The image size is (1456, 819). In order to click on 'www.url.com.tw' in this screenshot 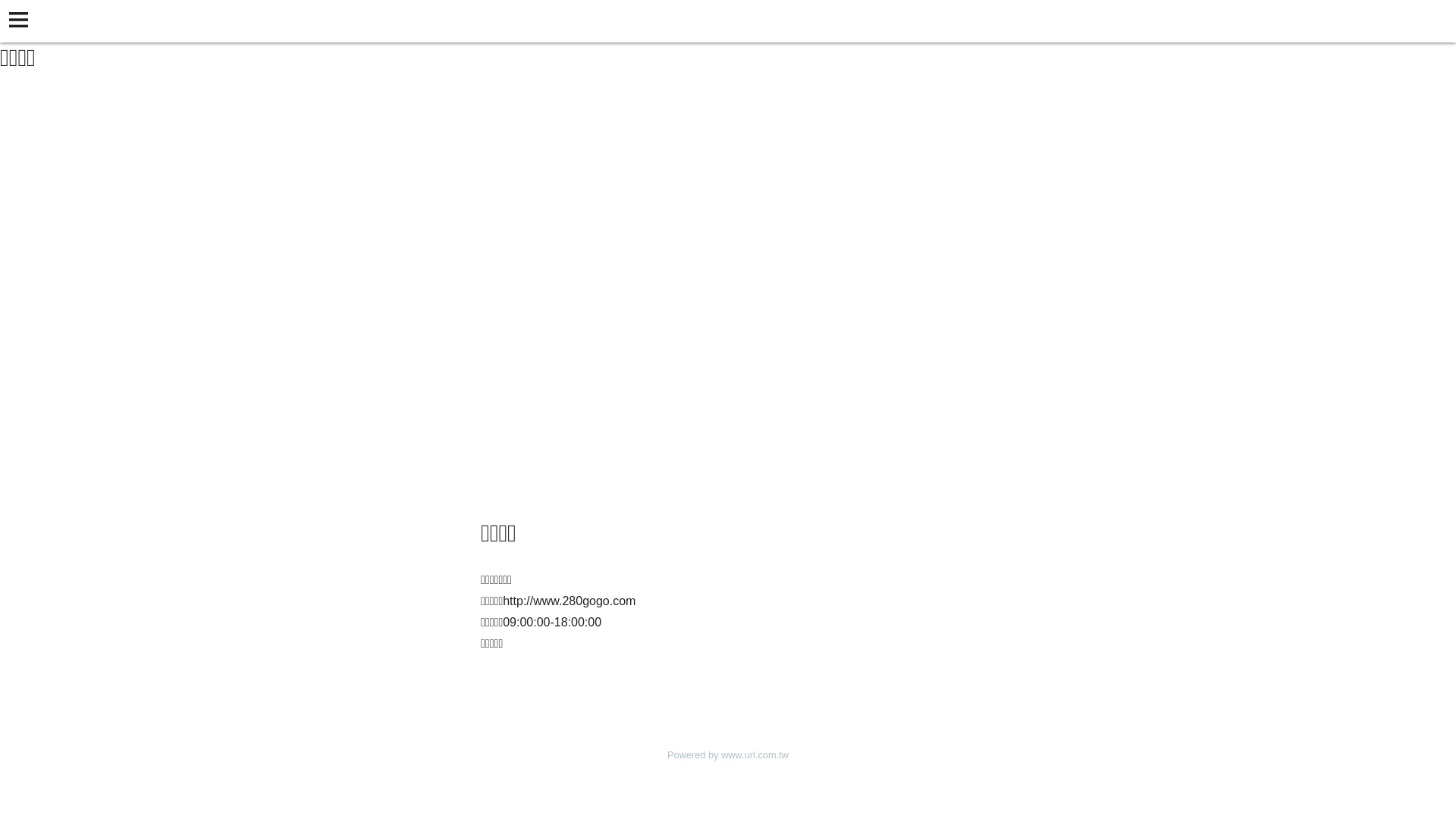, I will do `click(755, 755)`.